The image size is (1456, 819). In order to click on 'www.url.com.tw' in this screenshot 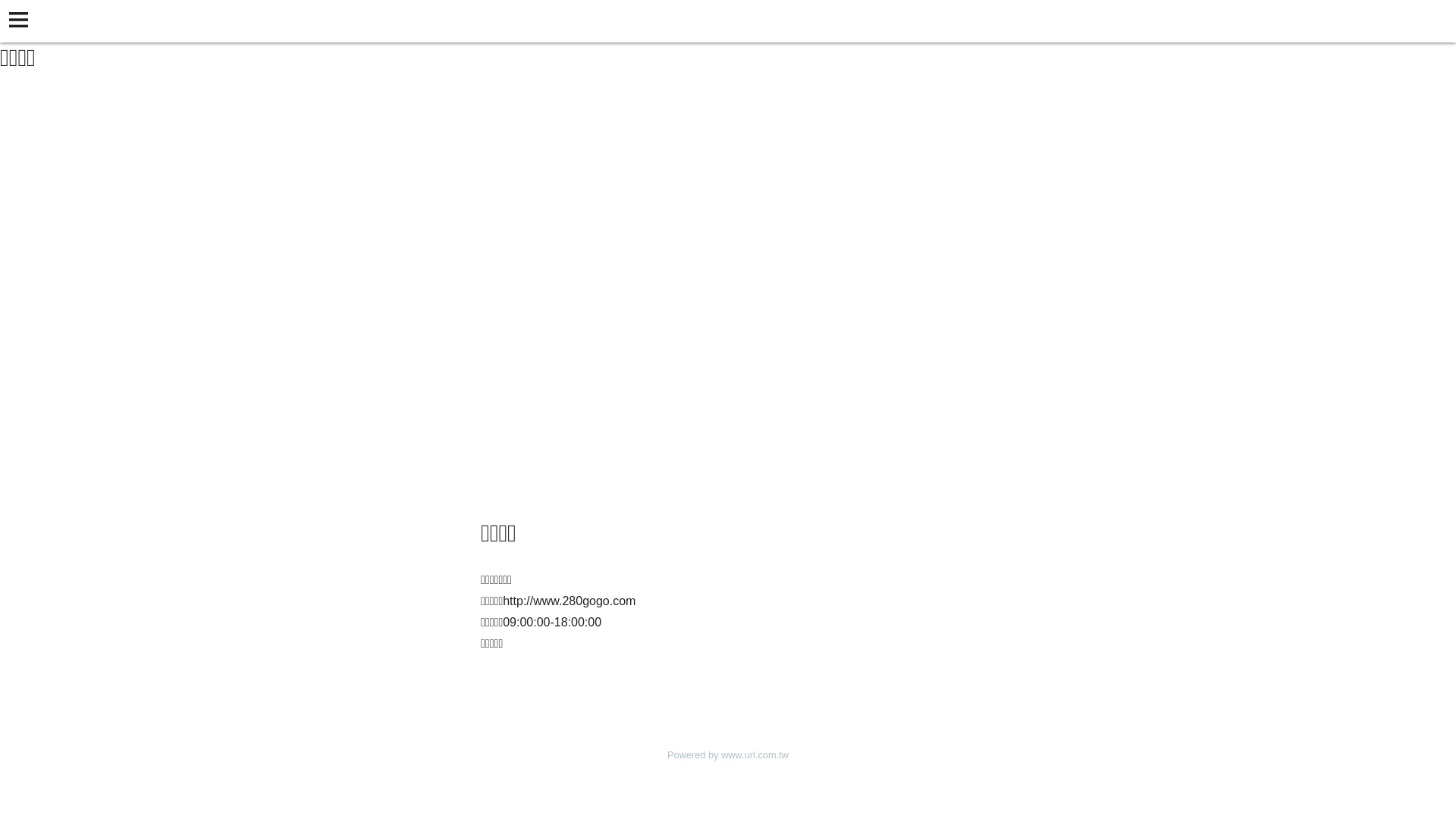, I will do `click(755, 755)`.